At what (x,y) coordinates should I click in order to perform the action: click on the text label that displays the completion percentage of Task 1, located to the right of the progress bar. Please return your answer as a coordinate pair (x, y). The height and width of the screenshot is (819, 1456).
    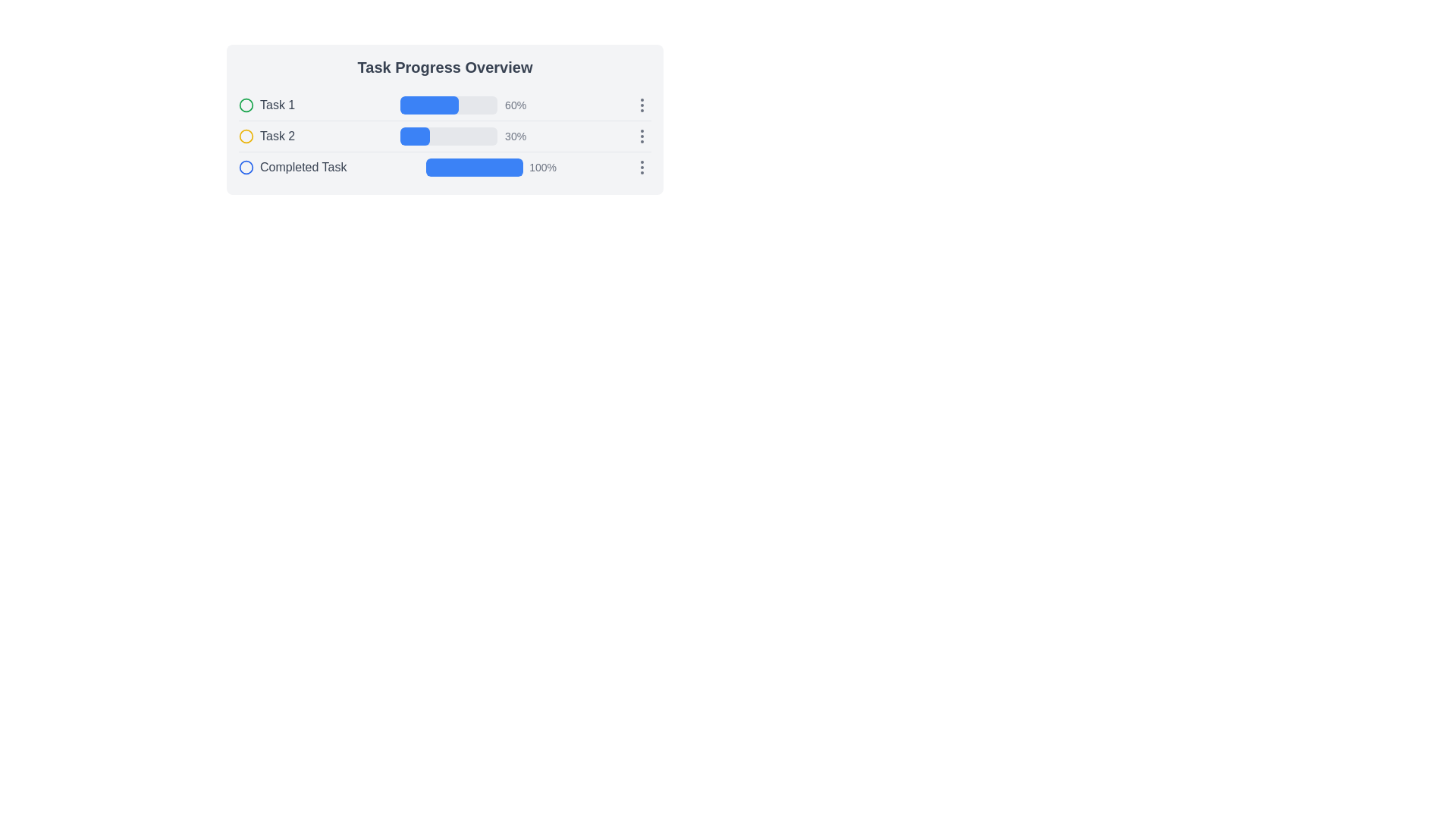
    Looking at the image, I should click on (516, 104).